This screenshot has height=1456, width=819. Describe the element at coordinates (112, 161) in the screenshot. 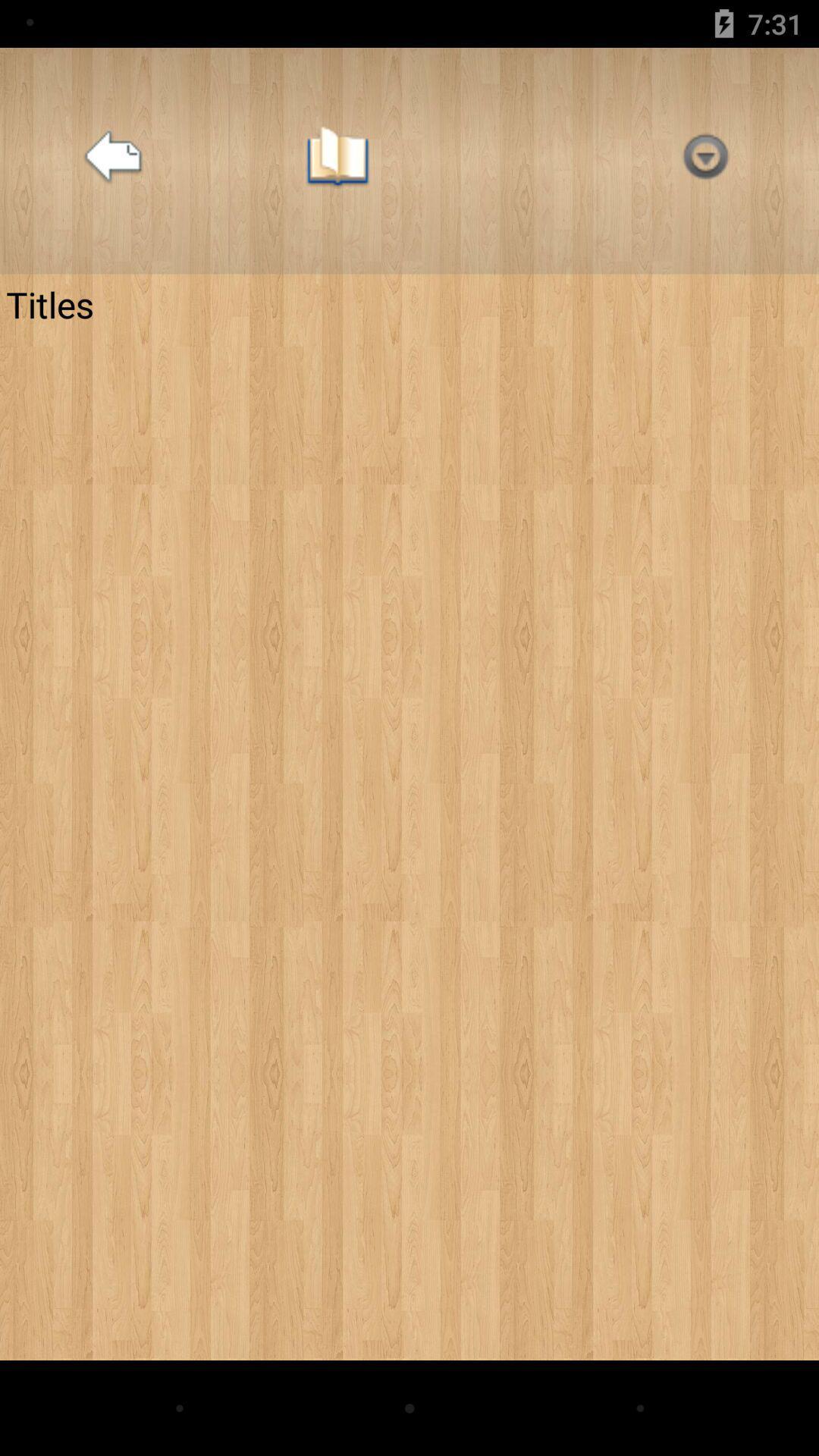

I see `the item at the top left corner` at that location.